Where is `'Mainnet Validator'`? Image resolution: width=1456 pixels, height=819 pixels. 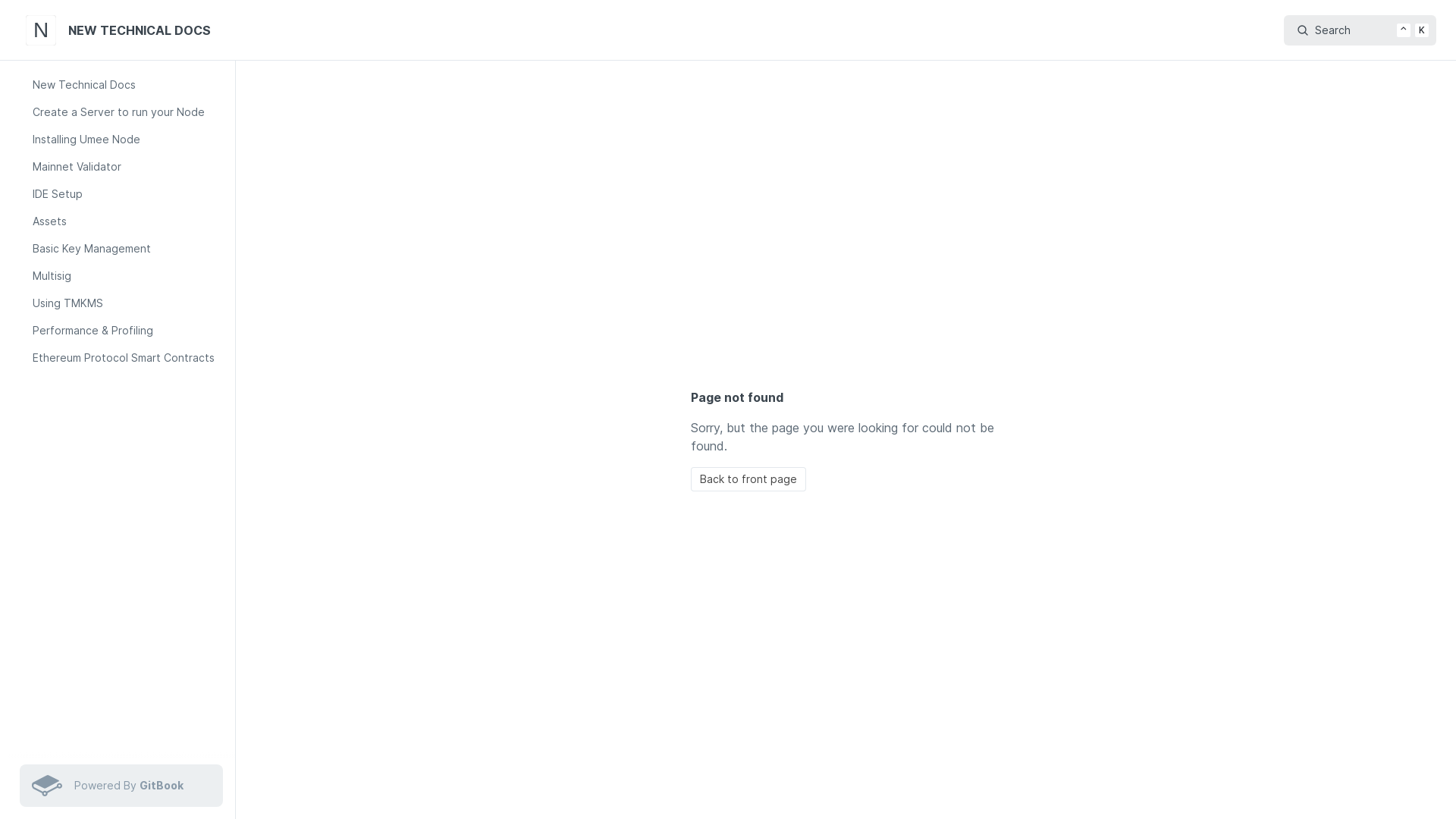
'Mainnet Validator' is located at coordinates (127, 166).